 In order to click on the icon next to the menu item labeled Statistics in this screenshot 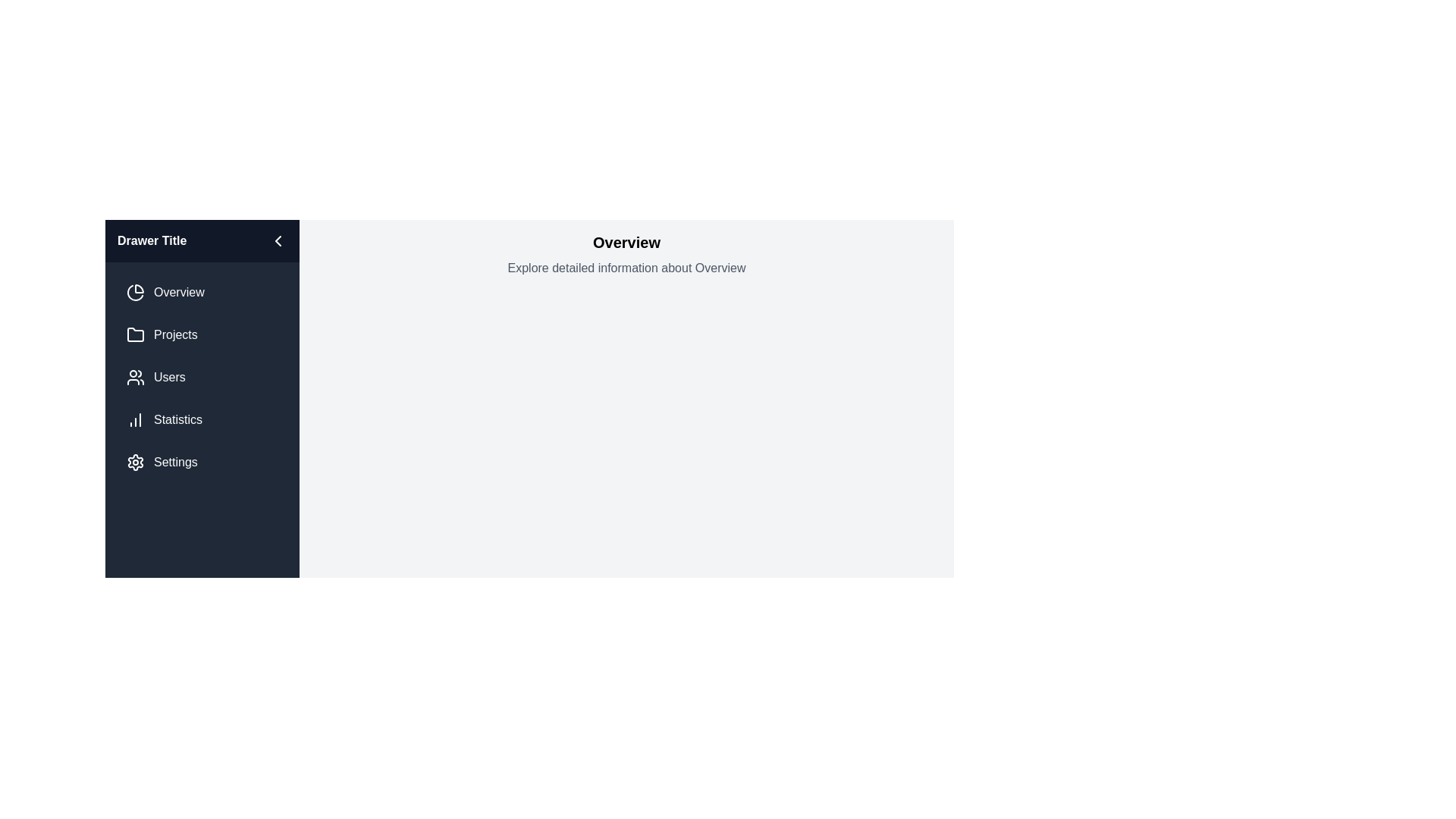, I will do `click(135, 420)`.